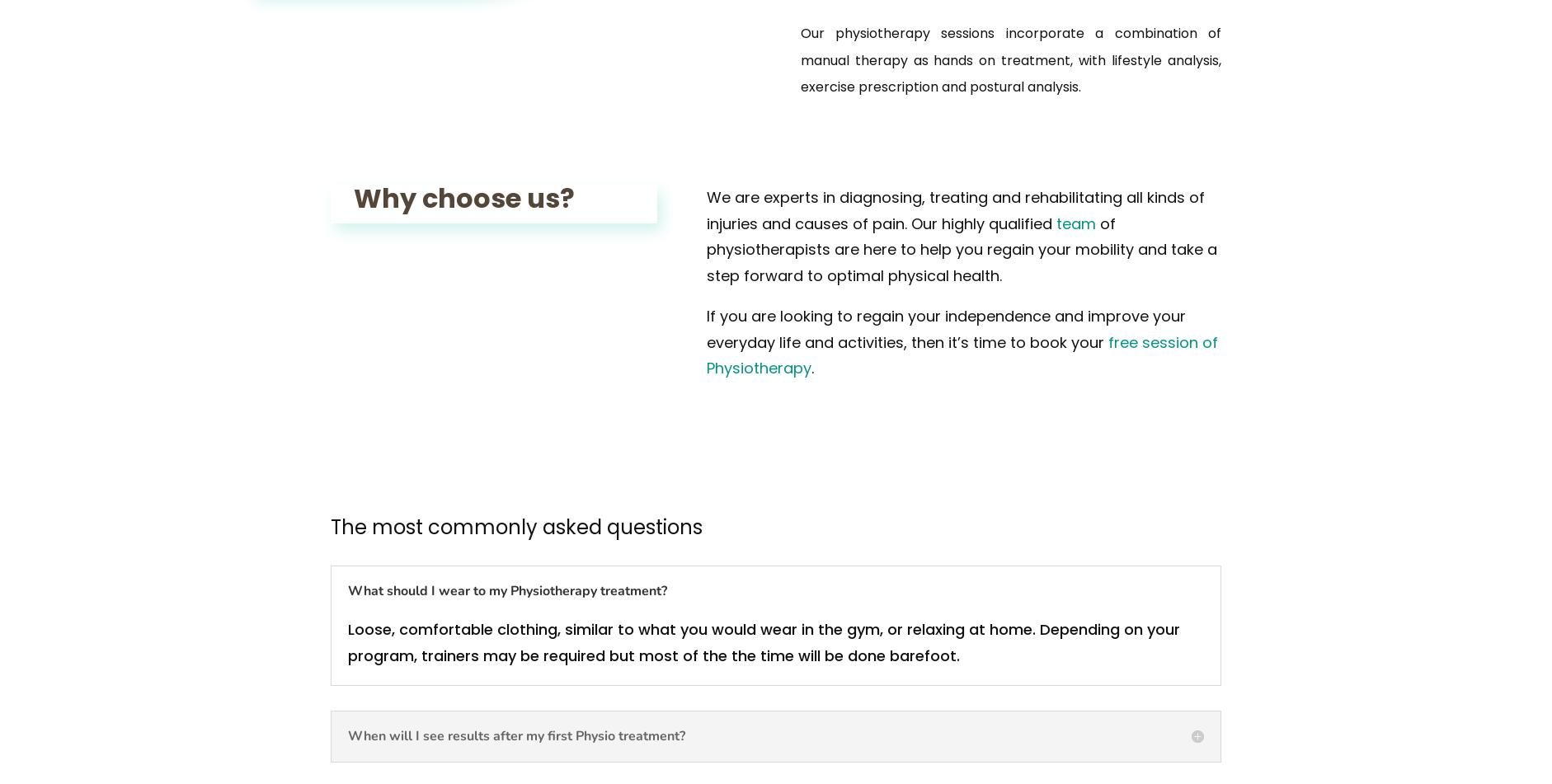  What do you see at coordinates (452, 197) in the screenshot?
I see `'Why choose us?'` at bounding box center [452, 197].